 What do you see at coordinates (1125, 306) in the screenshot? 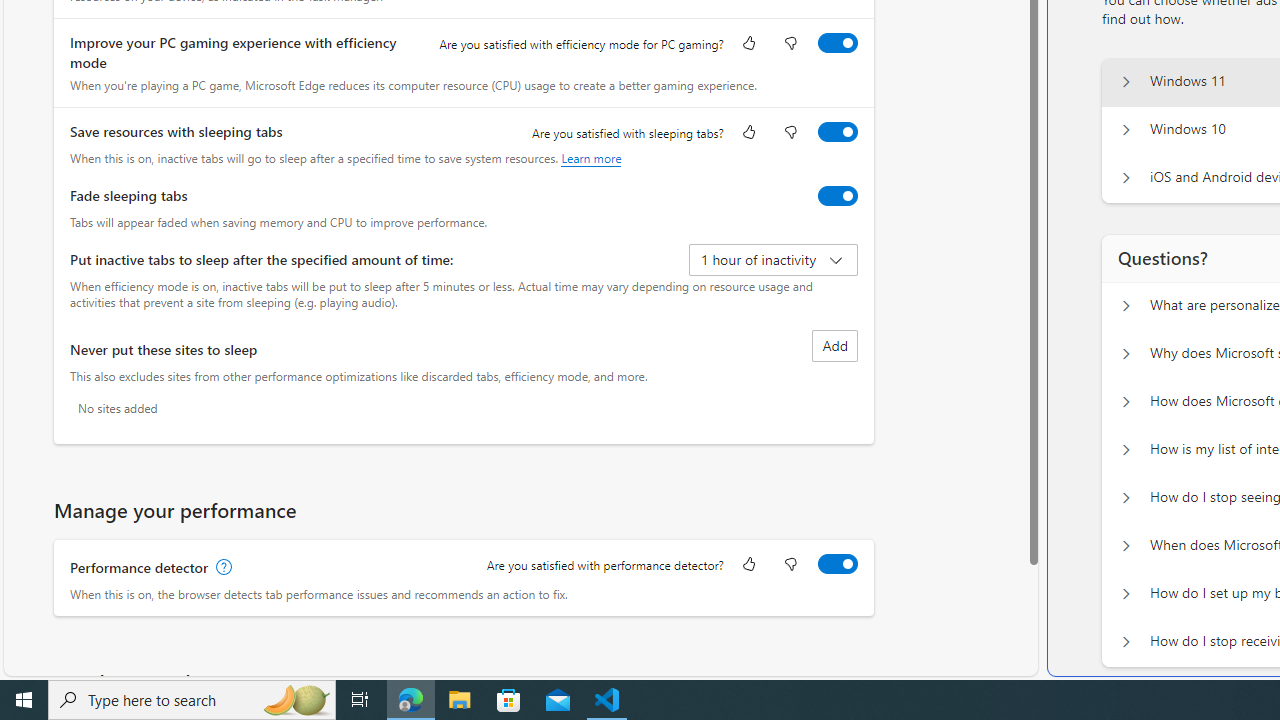
I see `'Questions? What are personalized ads?'` at bounding box center [1125, 306].